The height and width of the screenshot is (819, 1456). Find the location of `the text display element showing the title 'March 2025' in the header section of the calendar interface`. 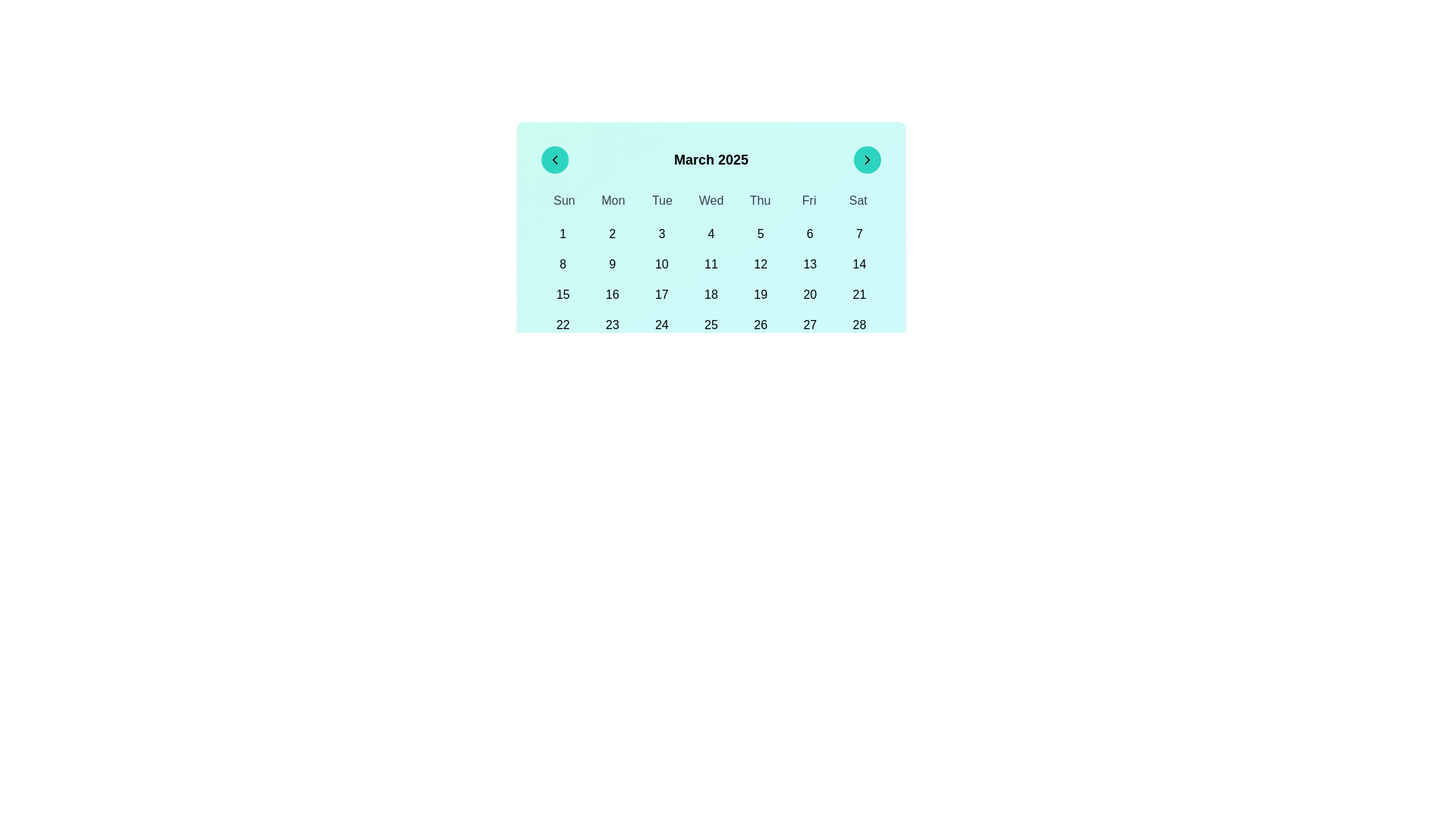

the text display element showing the title 'March 2025' in the header section of the calendar interface is located at coordinates (710, 160).